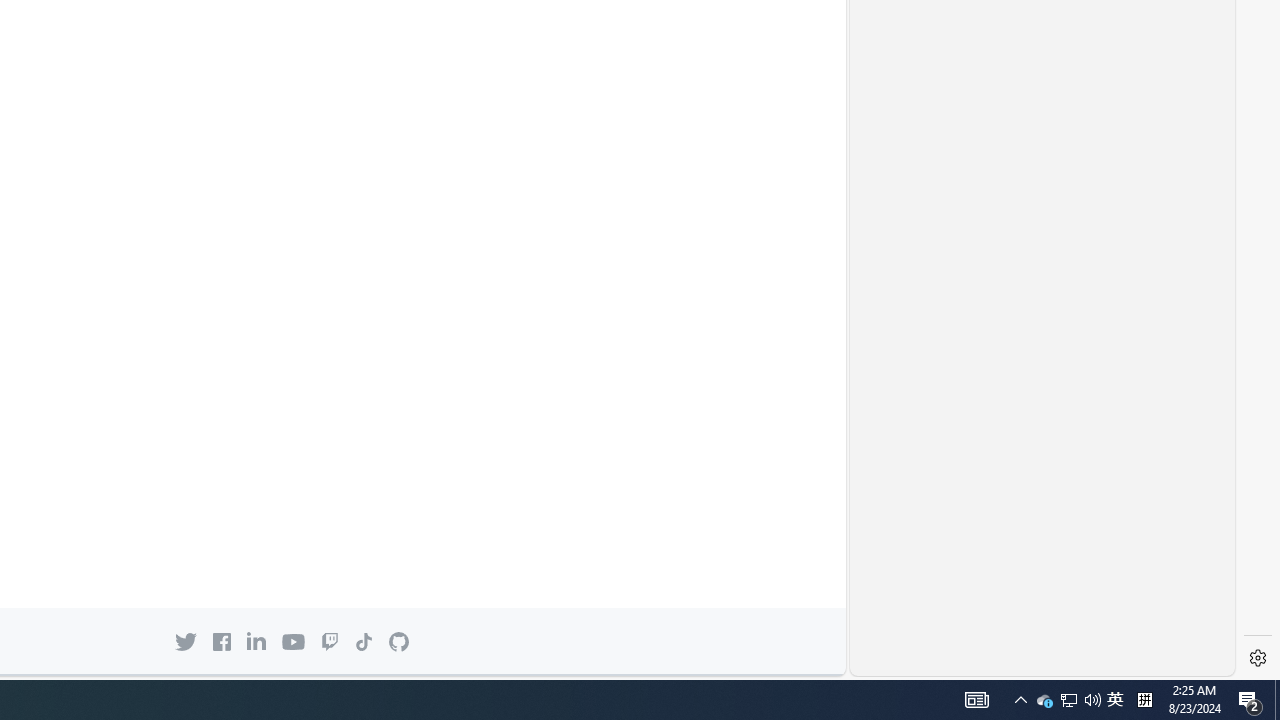  Describe the element at coordinates (399, 642) in the screenshot. I see `'GitHub mark'` at that location.